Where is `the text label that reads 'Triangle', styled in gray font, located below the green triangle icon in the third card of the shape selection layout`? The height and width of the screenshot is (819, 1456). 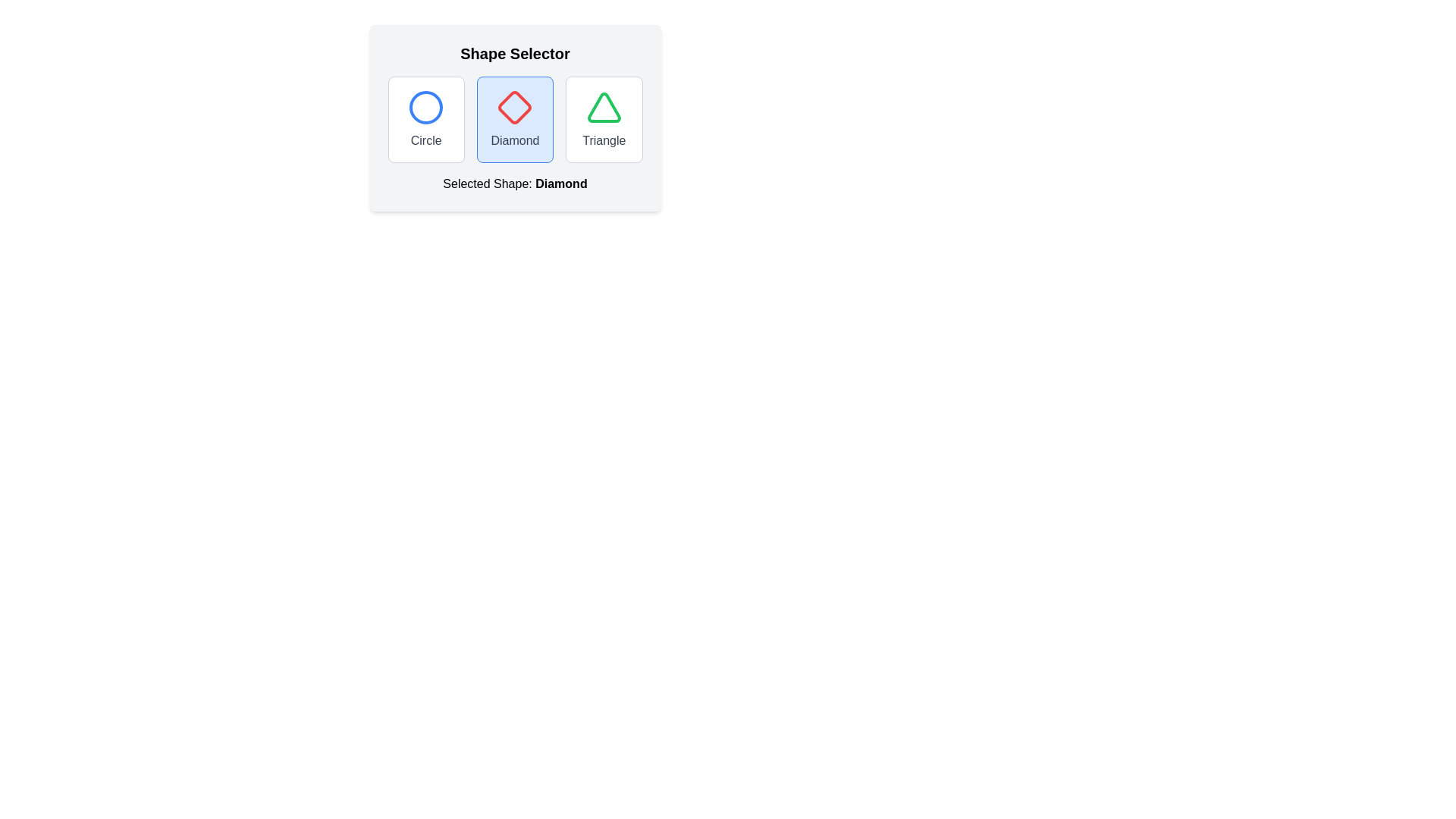
the text label that reads 'Triangle', styled in gray font, located below the green triangle icon in the third card of the shape selection layout is located at coordinates (603, 140).